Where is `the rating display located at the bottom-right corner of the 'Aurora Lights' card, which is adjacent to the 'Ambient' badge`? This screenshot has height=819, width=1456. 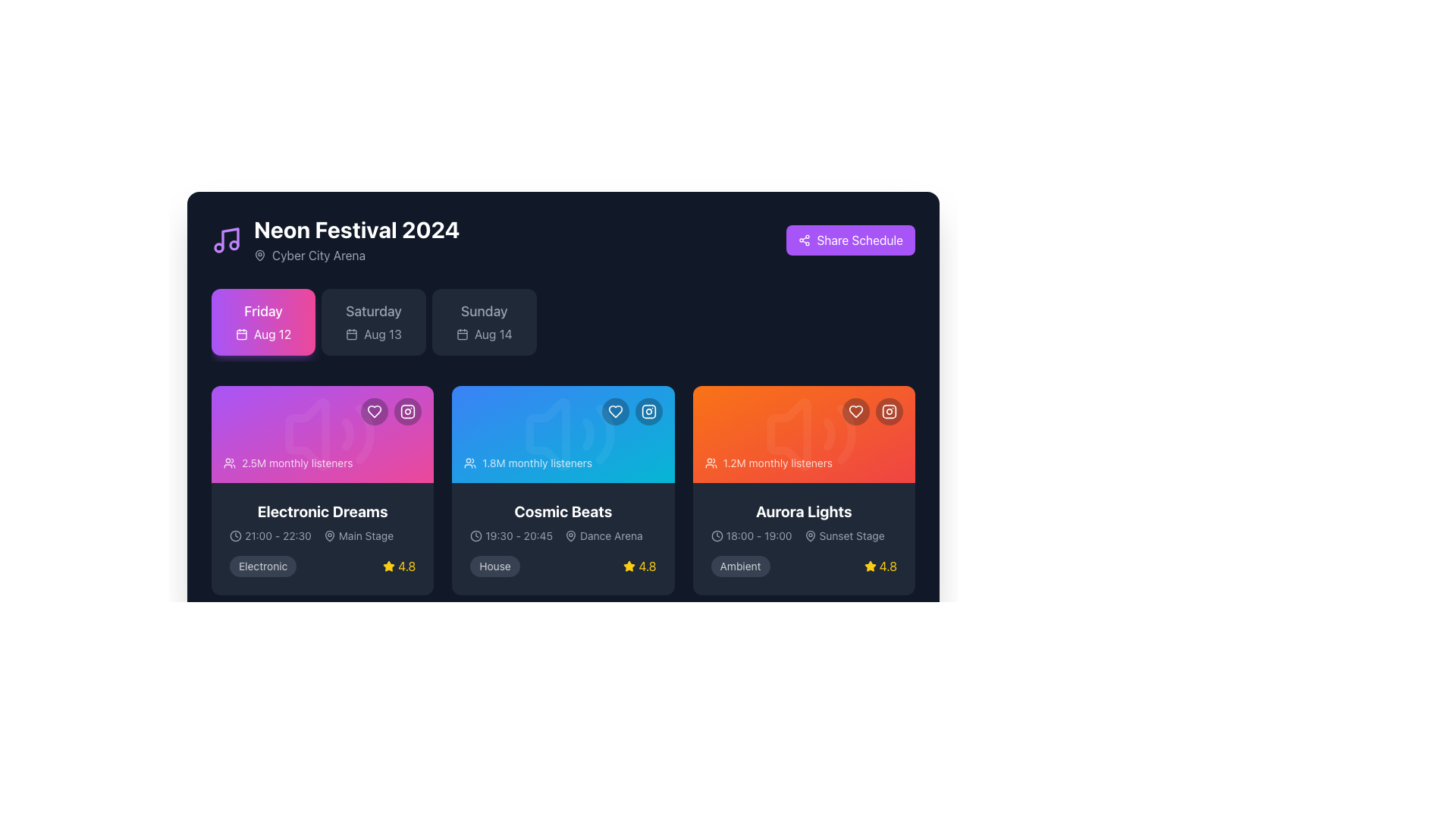
the rating display located at the bottom-right corner of the 'Aurora Lights' card, which is adjacent to the 'Ambient' badge is located at coordinates (880, 566).